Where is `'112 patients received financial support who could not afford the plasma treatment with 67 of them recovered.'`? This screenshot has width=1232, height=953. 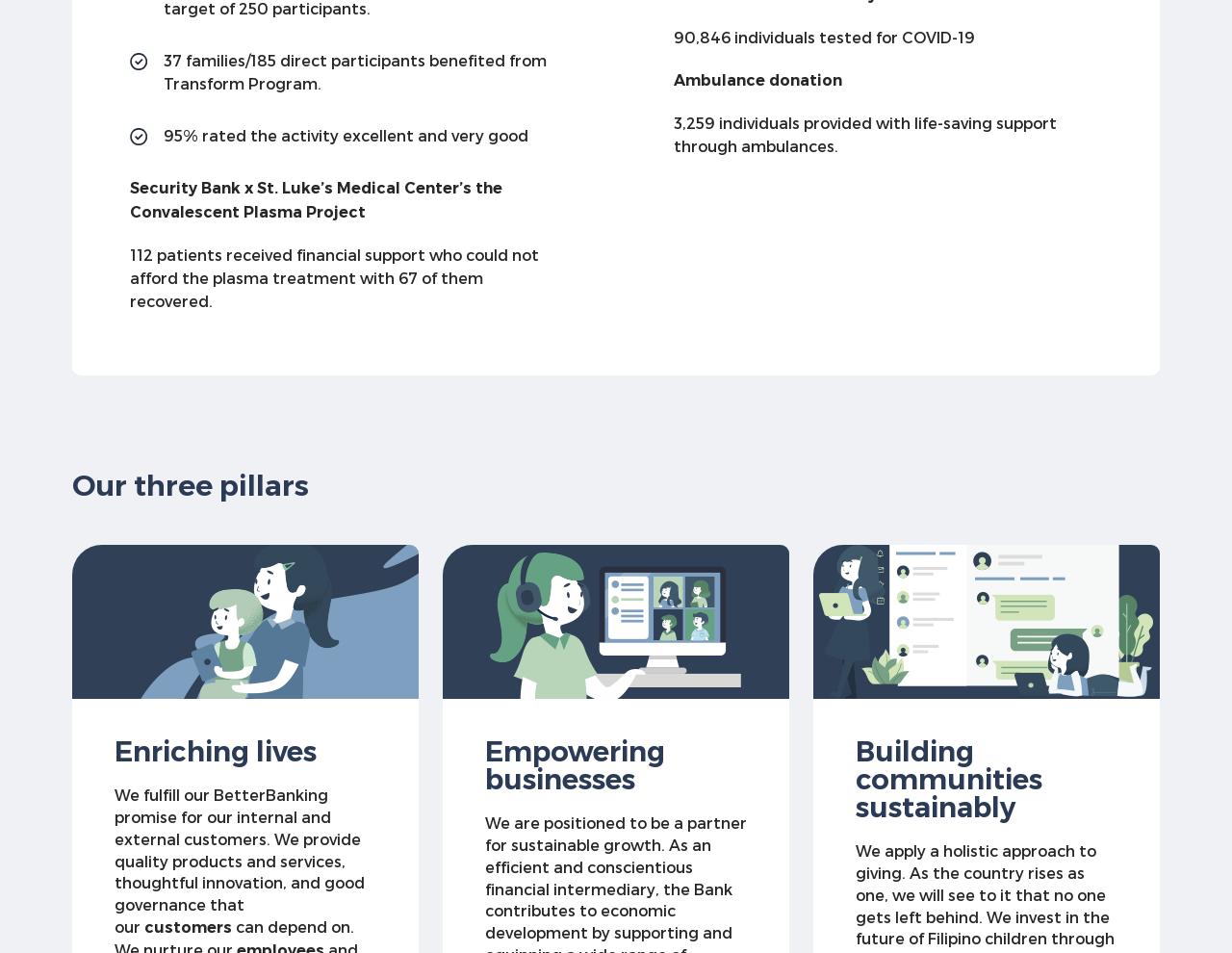
'112 patients received financial support who could not afford the plasma treatment with 67 of them recovered.' is located at coordinates (334, 277).